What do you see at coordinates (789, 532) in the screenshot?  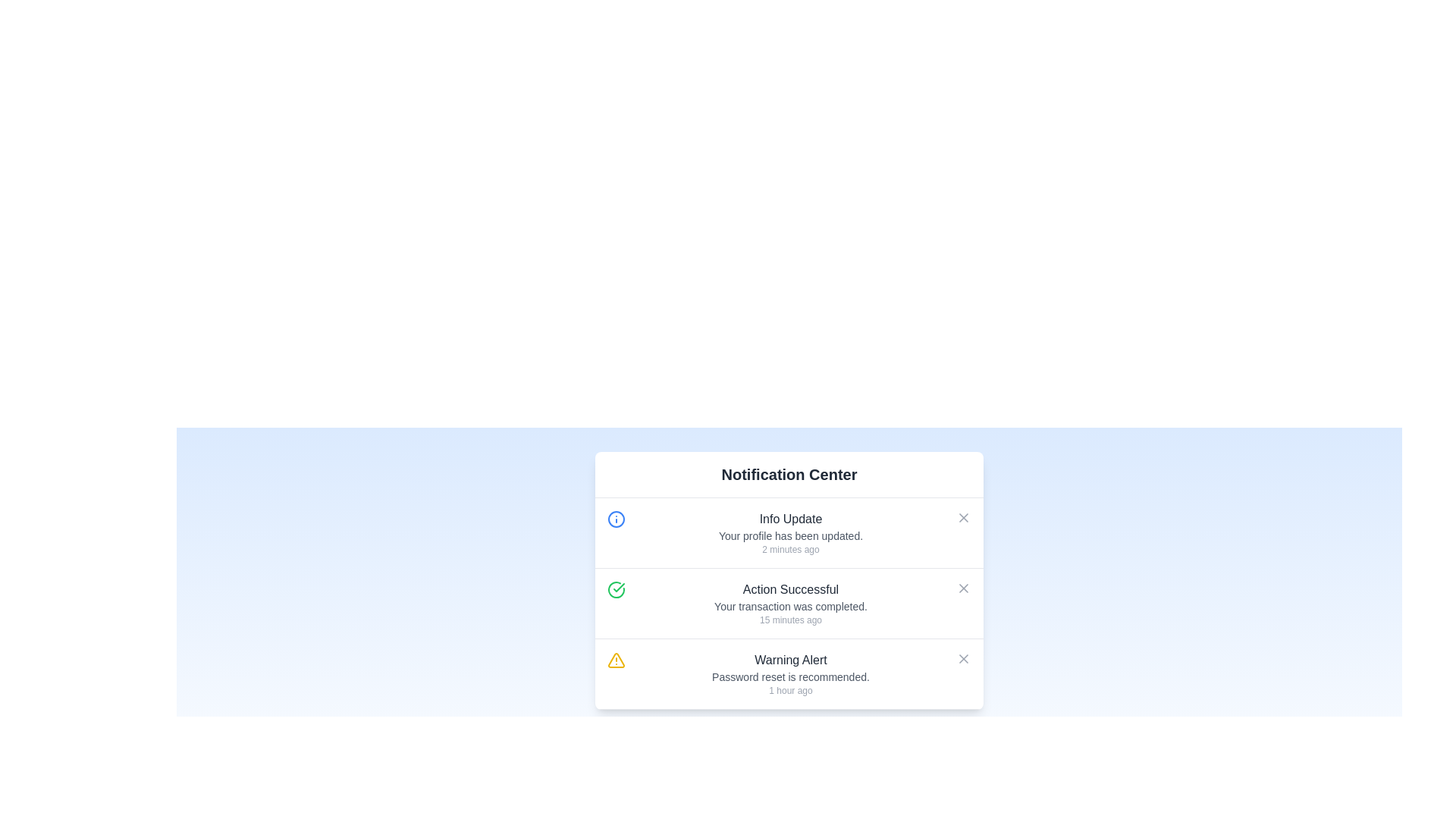 I see `the first notification text block in the Notification Center that informs the user about an update to their profile` at bounding box center [789, 532].